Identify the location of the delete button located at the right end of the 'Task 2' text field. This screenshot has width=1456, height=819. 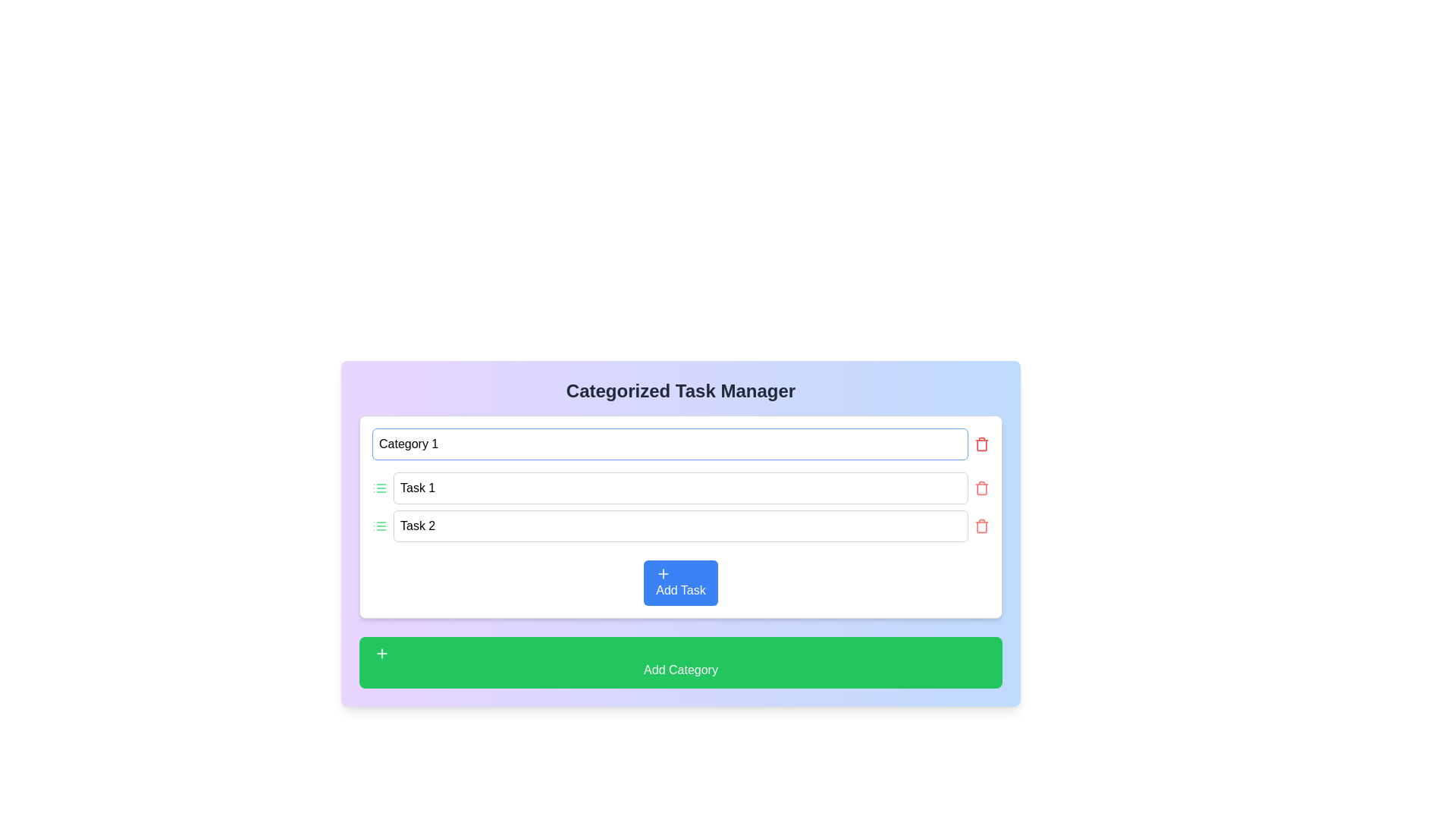
(982, 526).